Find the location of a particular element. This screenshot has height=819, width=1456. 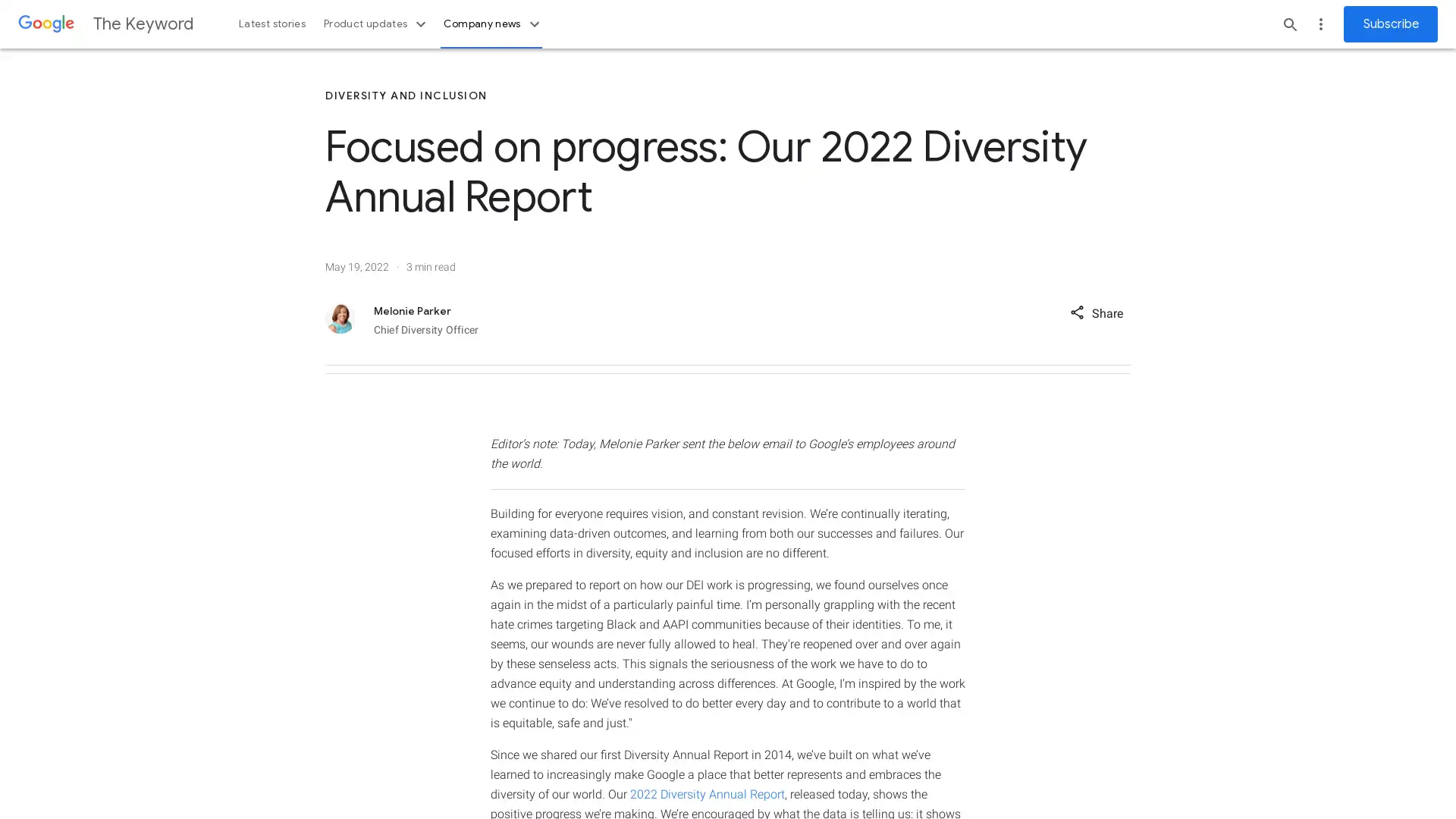

Search is located at coordinates (1290, 24).